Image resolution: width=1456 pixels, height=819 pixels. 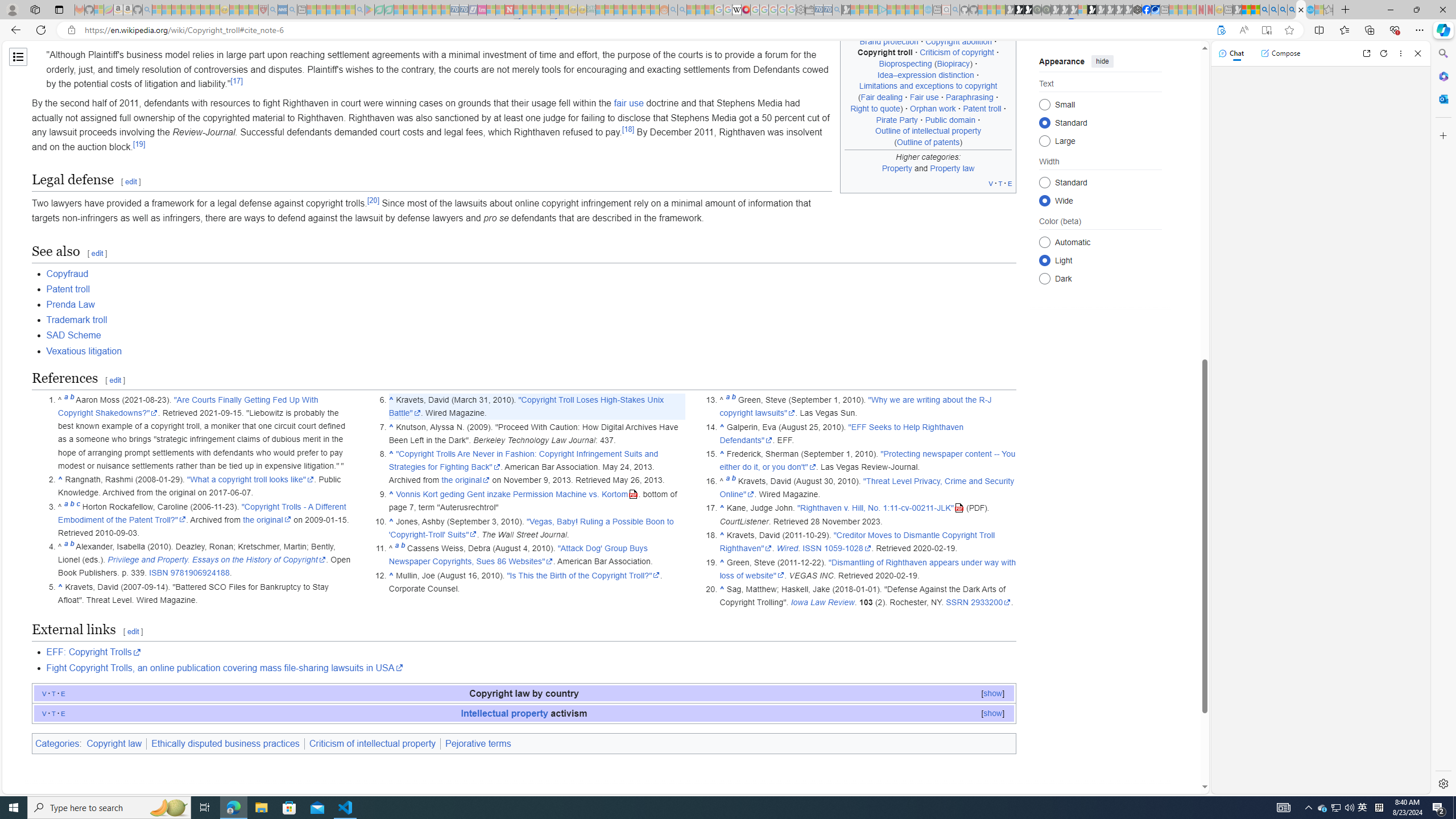 I want to click on 'Back', so click(x=14, y=29).